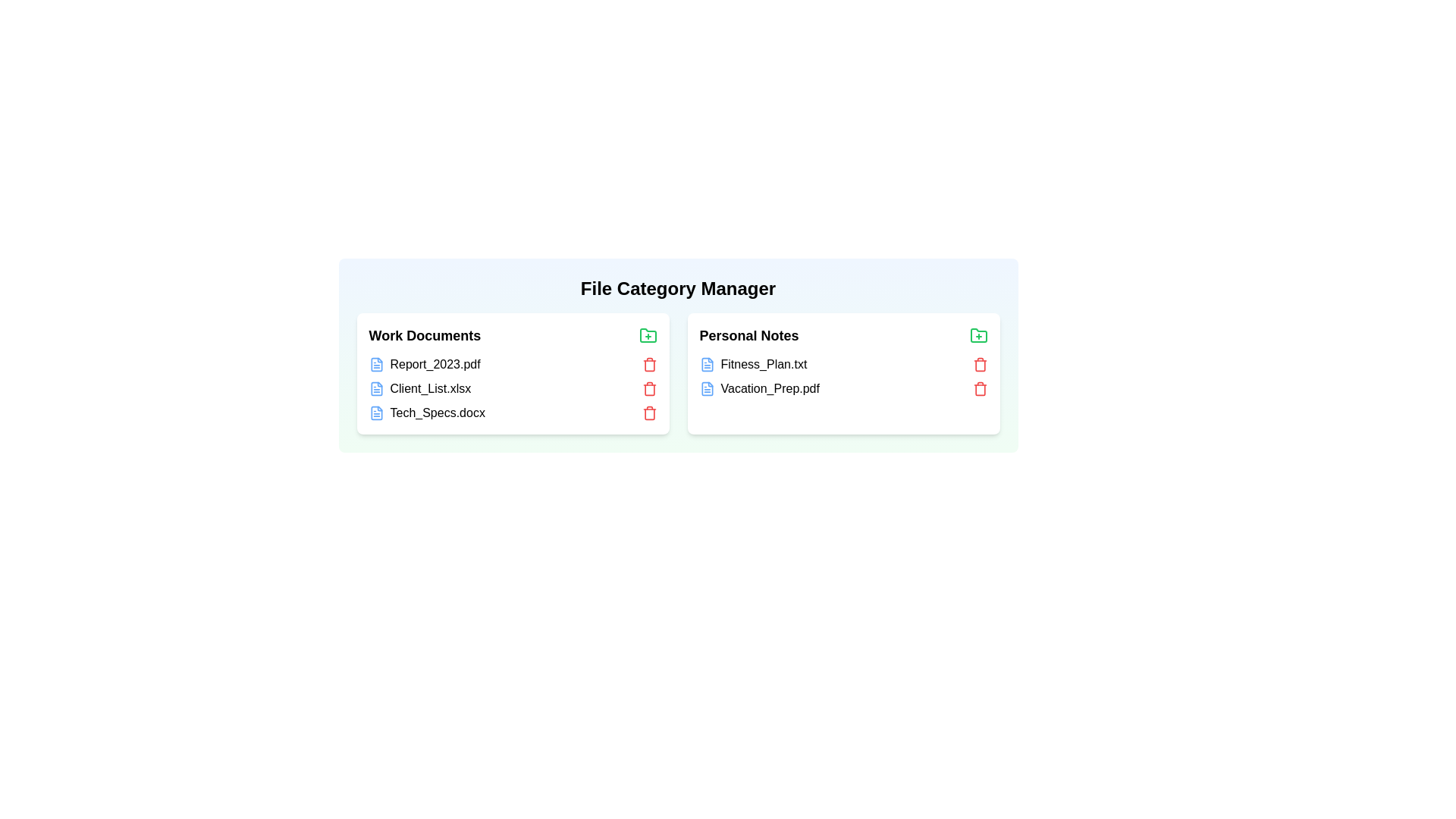 The height and width of the screenshot is (819, 1456). Describe the element at coordinates (758, 388) in the screenshot. I see `the file named Vacation_Prep.pdf in the category Personal Notes` at that location.